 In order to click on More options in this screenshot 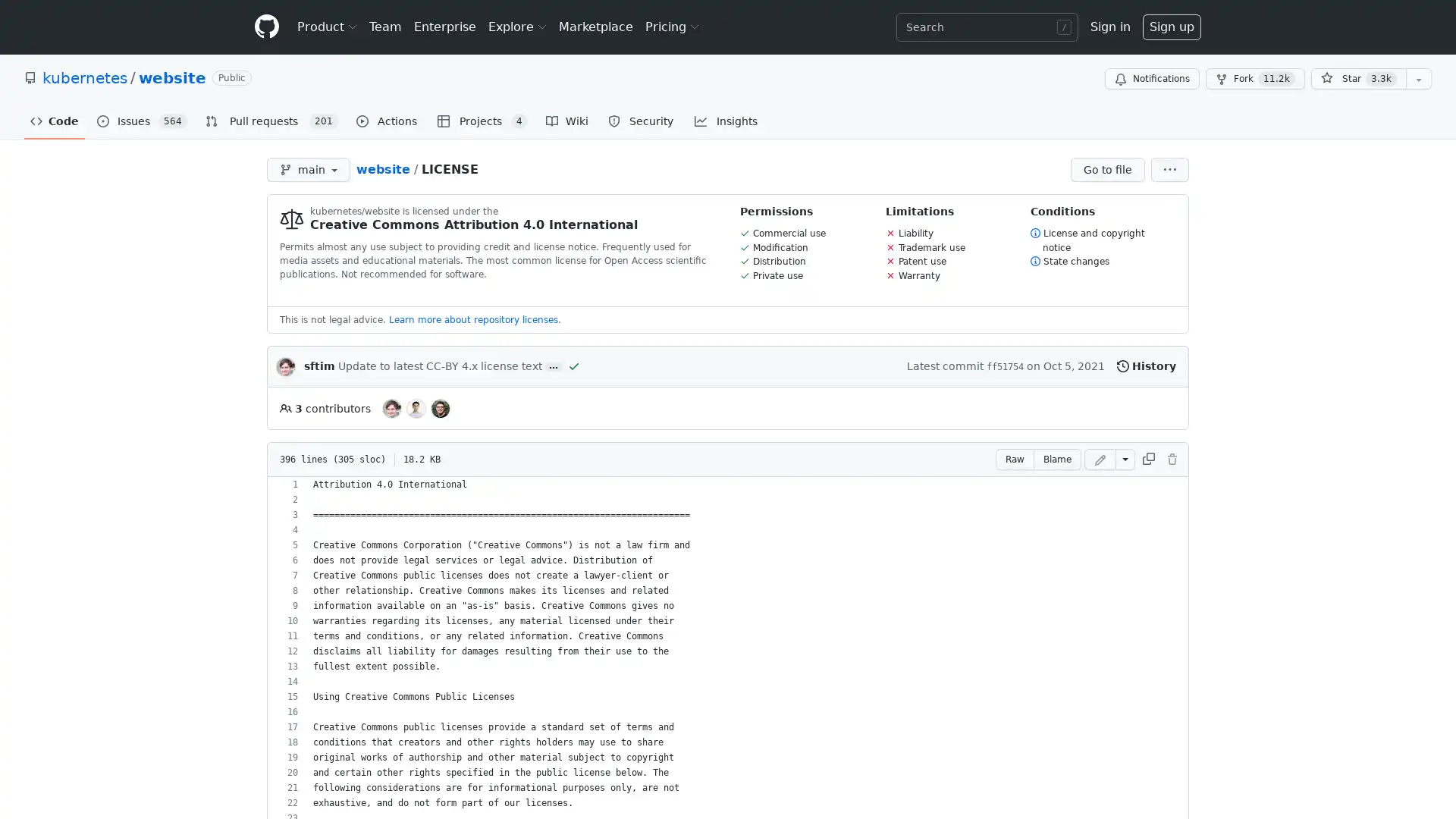, I will do `click(1169, 169)`.